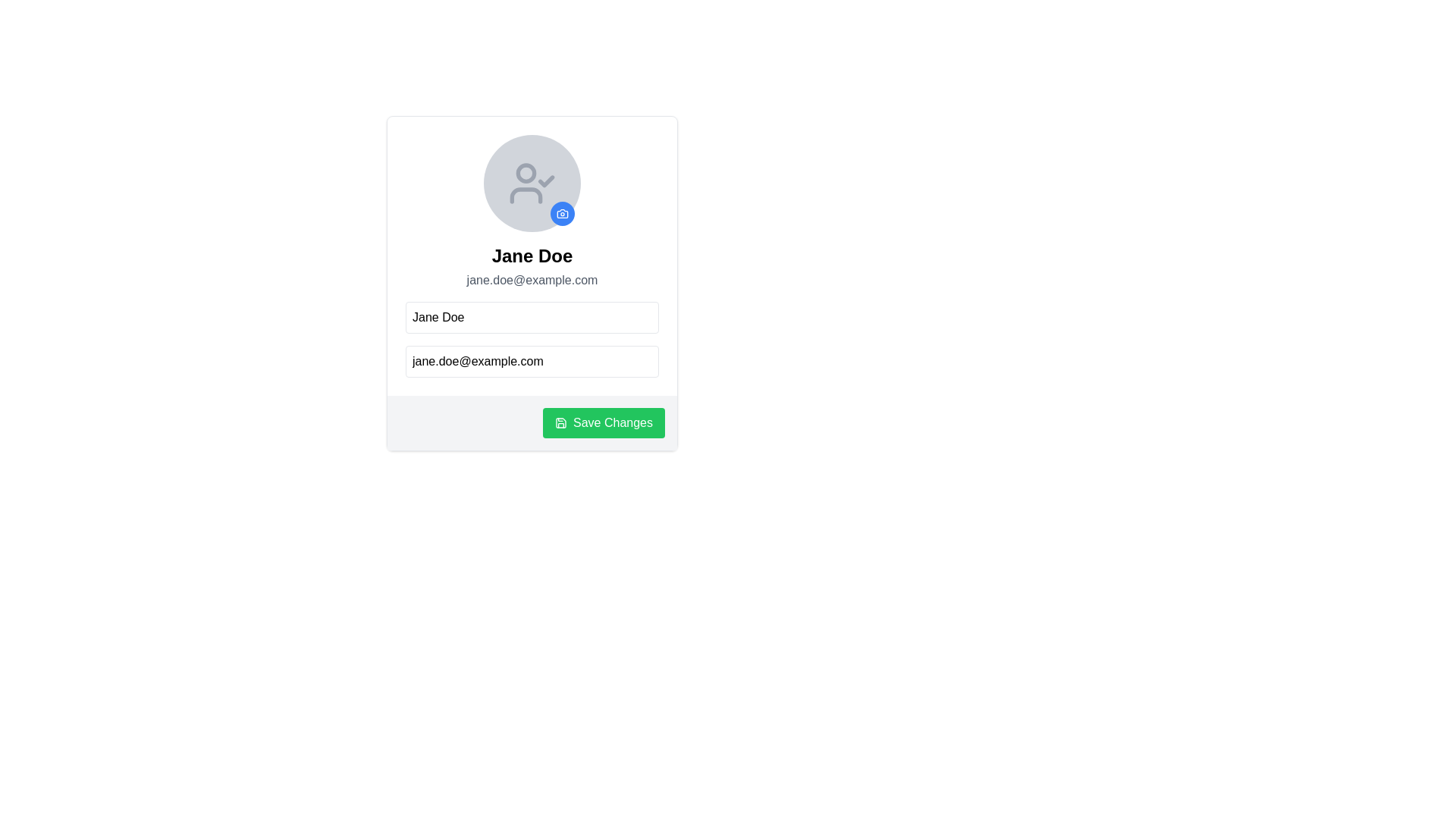  I want to click on the camera icon within the small blue circular button located at the bottom right of the user's profile image, so click(562, 213).